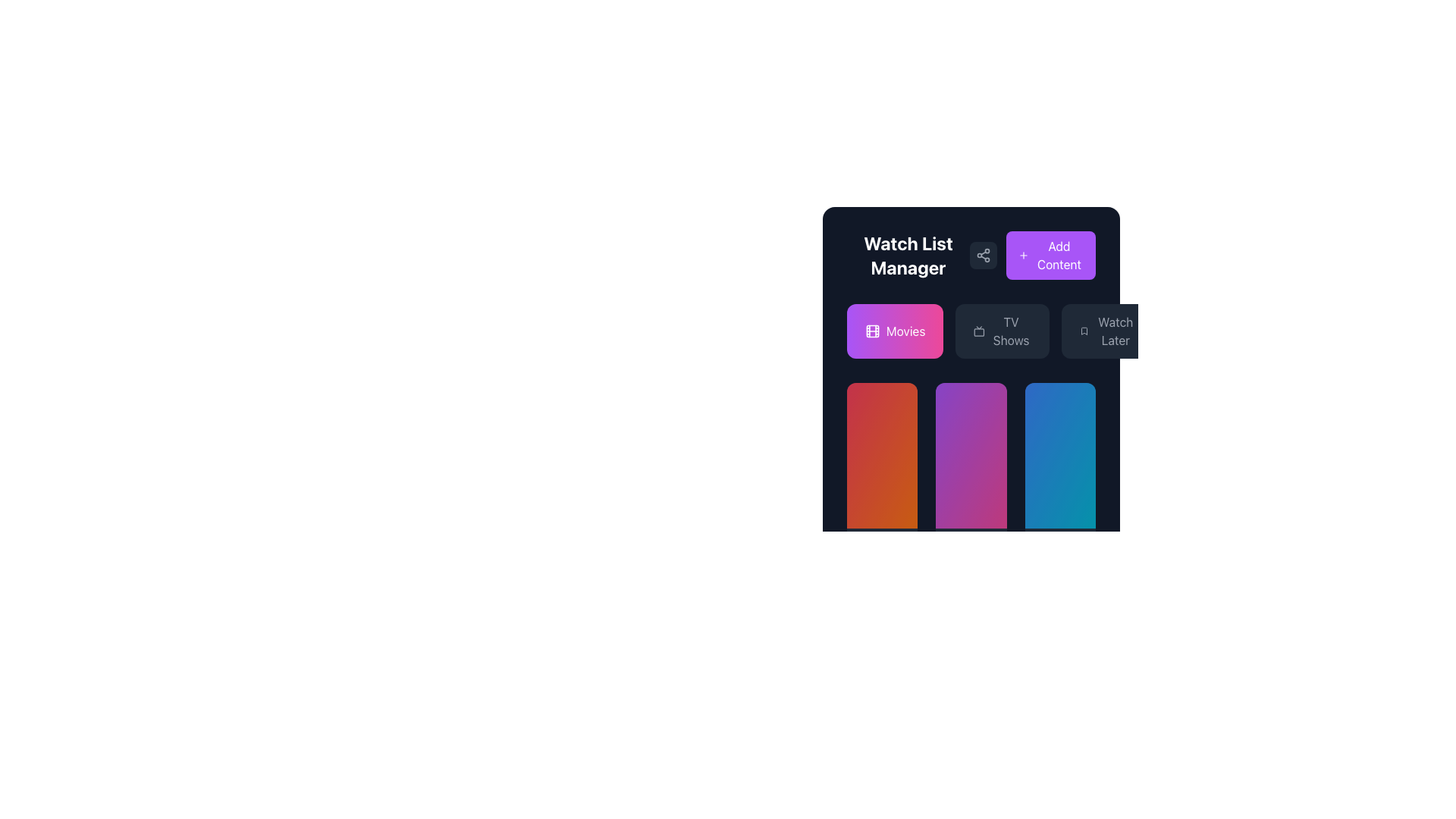 The height and width of the screenshot is (819, 1456). Describe the element at coordinates (1011, 330) in the screenshot. I see `the 'TV Shows' text label, which is located inside the second button of the navigation row, indicating the section related to TV shows` at that location.